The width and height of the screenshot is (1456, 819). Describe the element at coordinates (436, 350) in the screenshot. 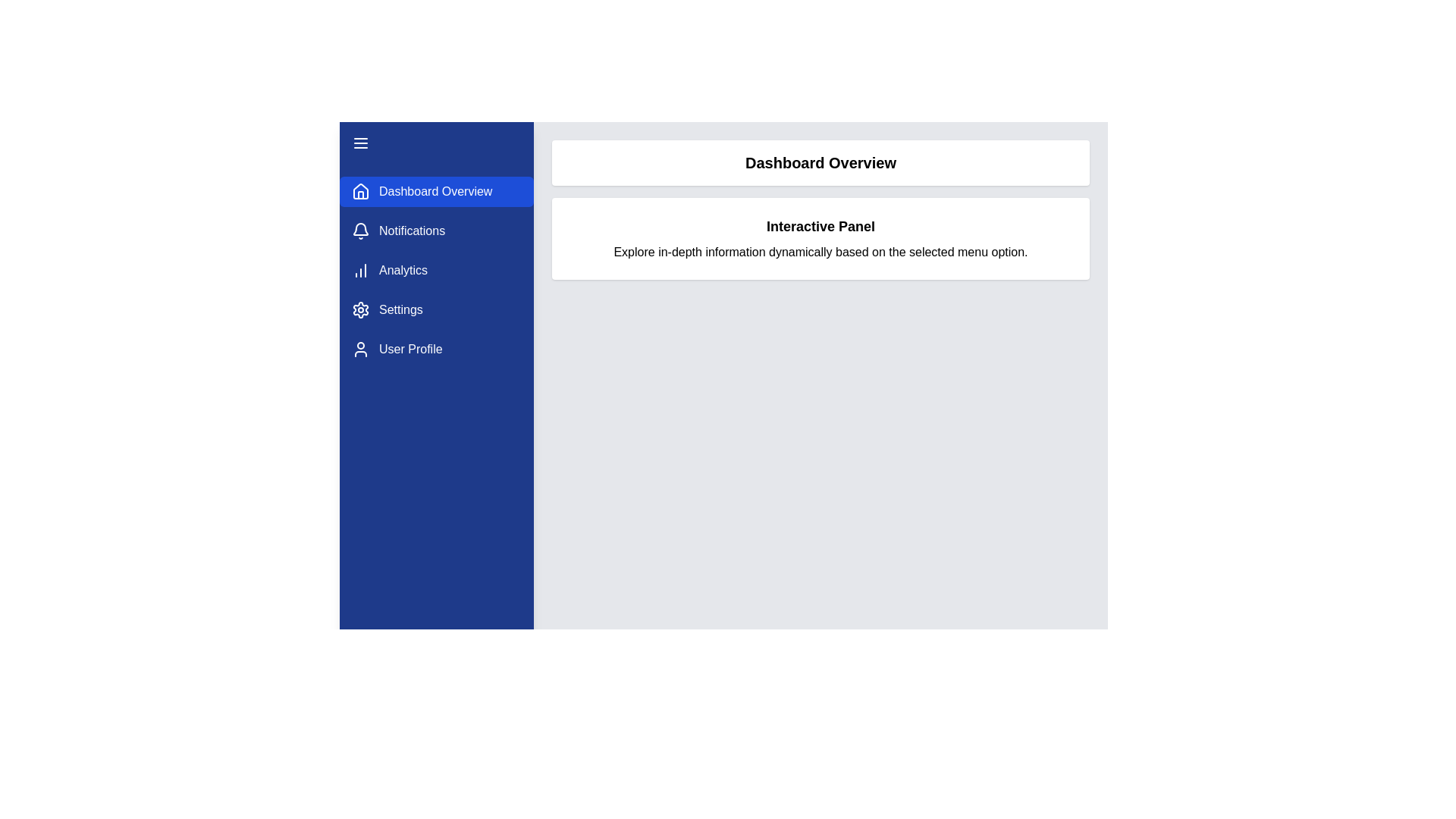

I see `the 'User Profile' menu item, which displays a user silhouette icon on the left and the label 'User Profile' on the right, located at the bottom of the vertical menu on the left side of the interface` at that location.